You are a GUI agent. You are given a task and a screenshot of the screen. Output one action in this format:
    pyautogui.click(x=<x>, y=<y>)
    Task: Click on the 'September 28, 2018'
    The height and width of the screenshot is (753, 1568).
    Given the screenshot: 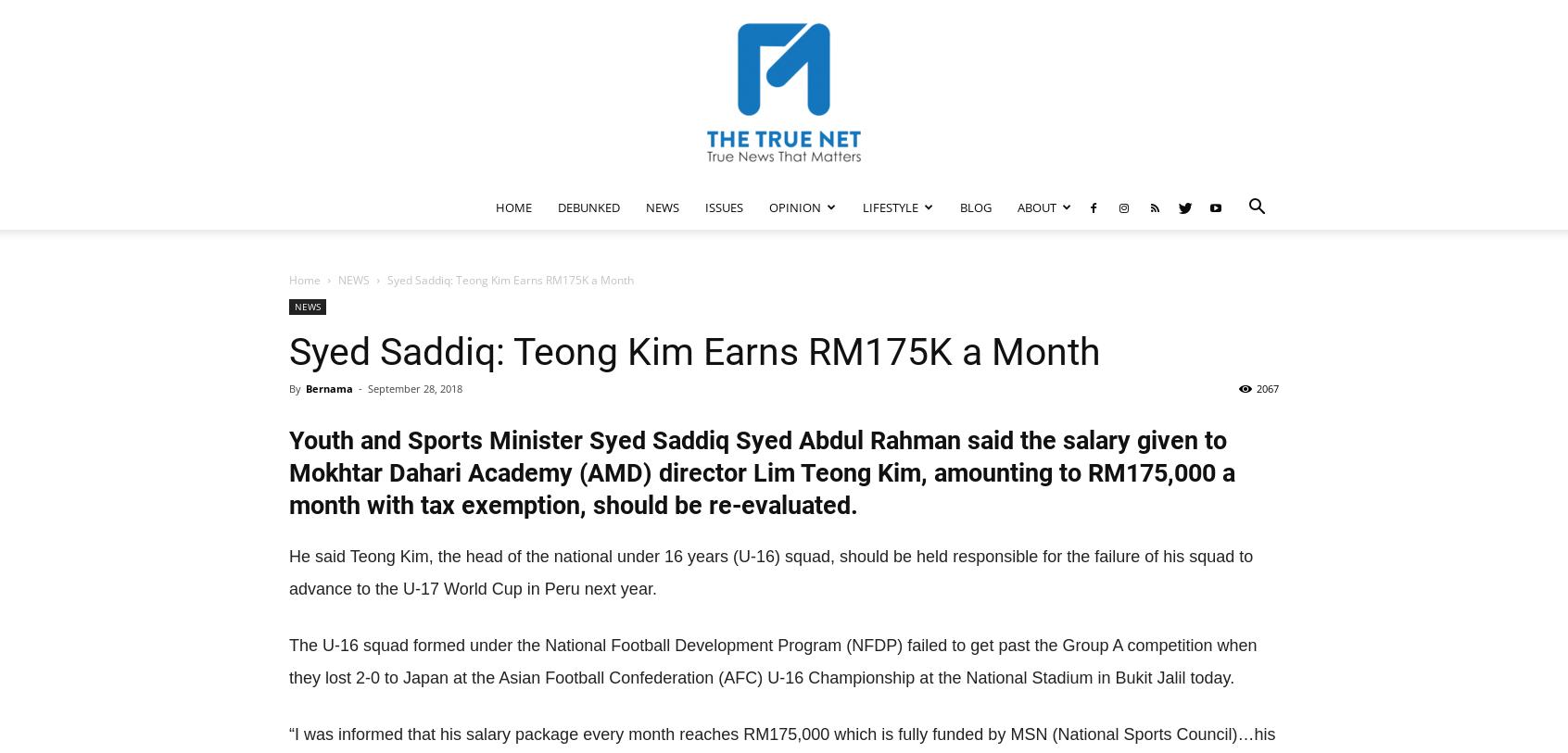 What is the action you would take?
    pyautogui.click(x=367, y=388)
    